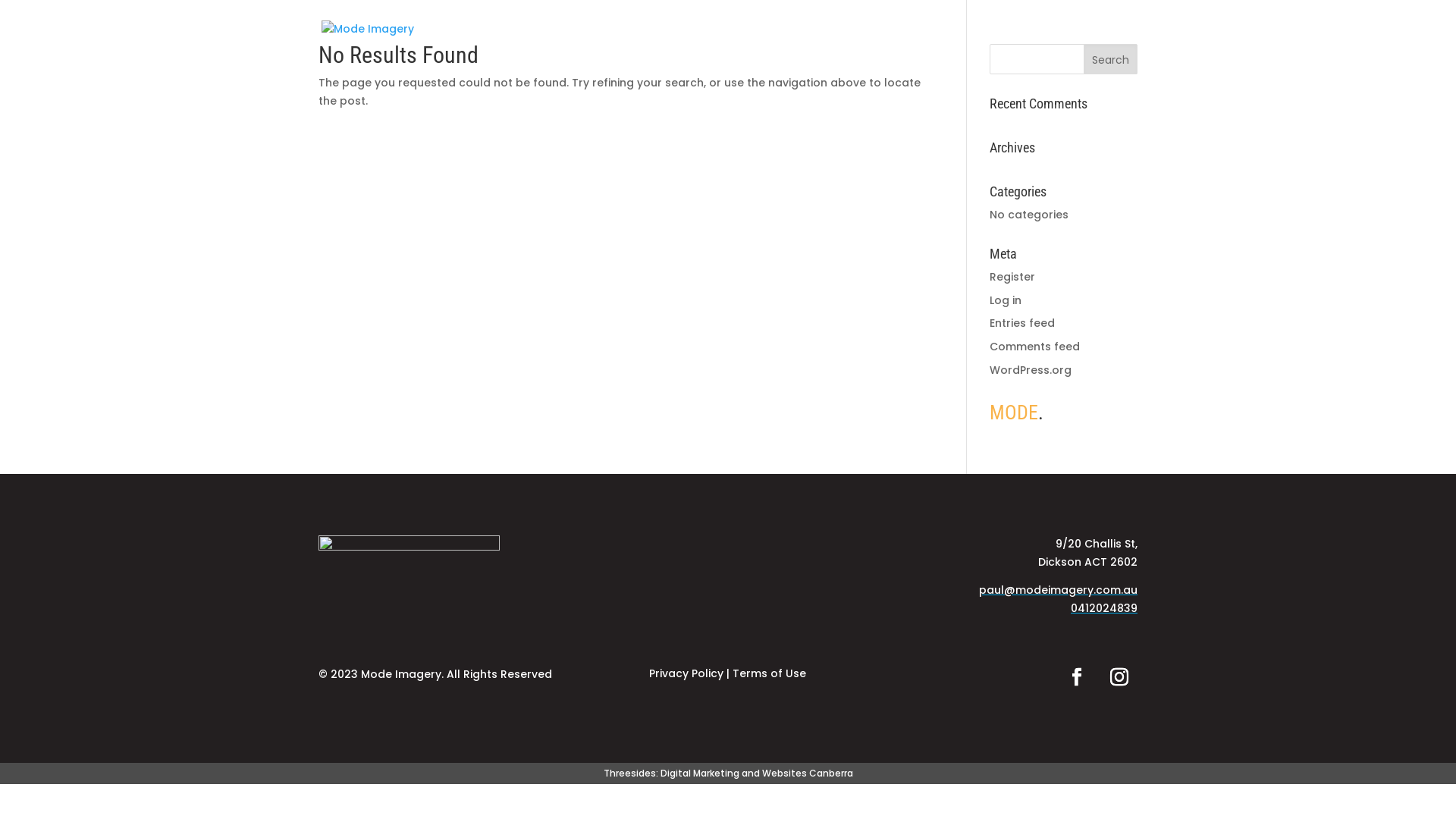 The height and width of the screenshot is (819, 1456). What do you see at coordinates (1110, 58) in the screenshot?
I see `'Search'` at bounding box center [1110, 58].